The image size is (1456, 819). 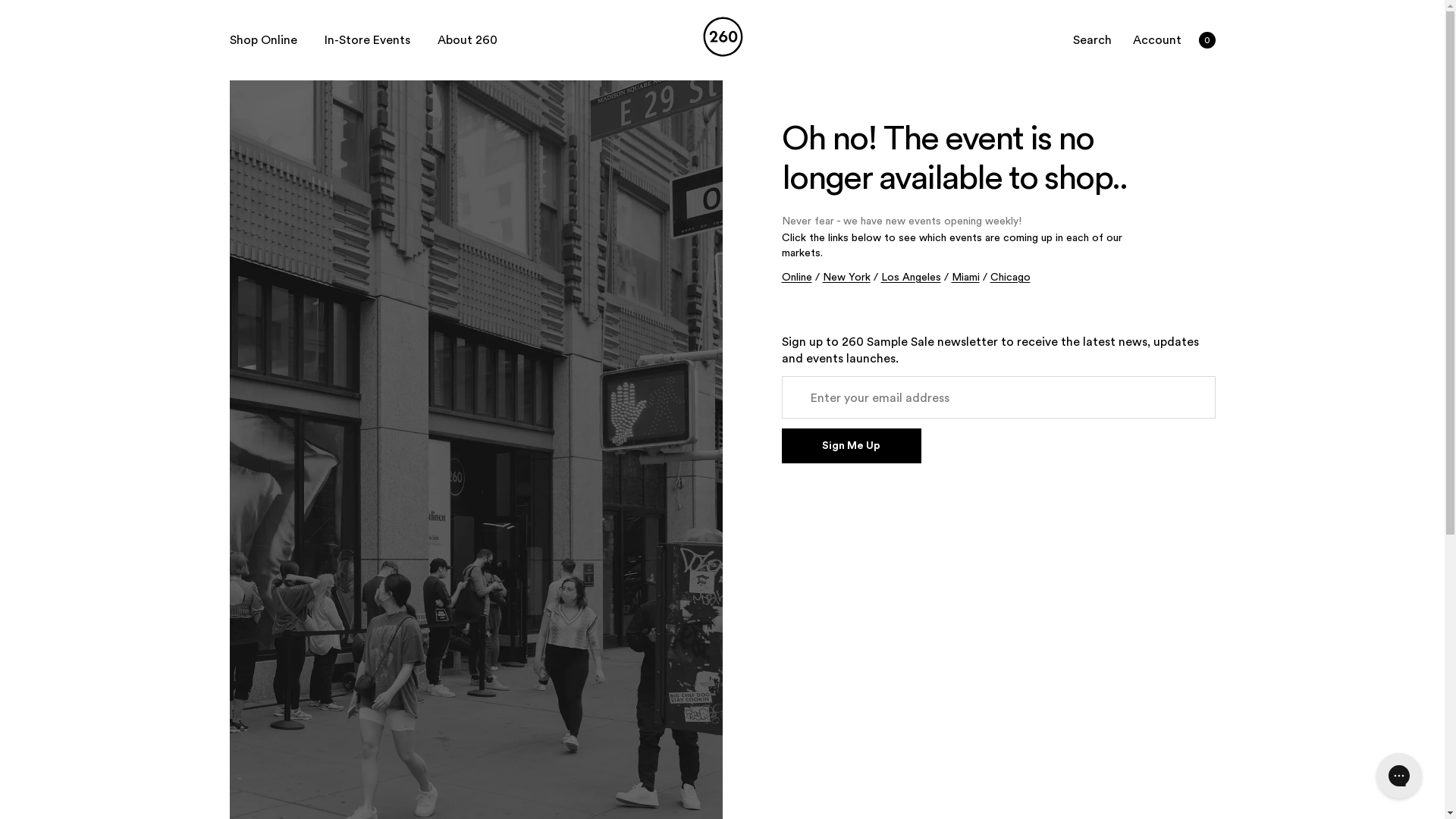 What do you see at coordinates (367, 39) in the screenshot?
I see `'In-Store Events'` at bounding box center [367, 39].